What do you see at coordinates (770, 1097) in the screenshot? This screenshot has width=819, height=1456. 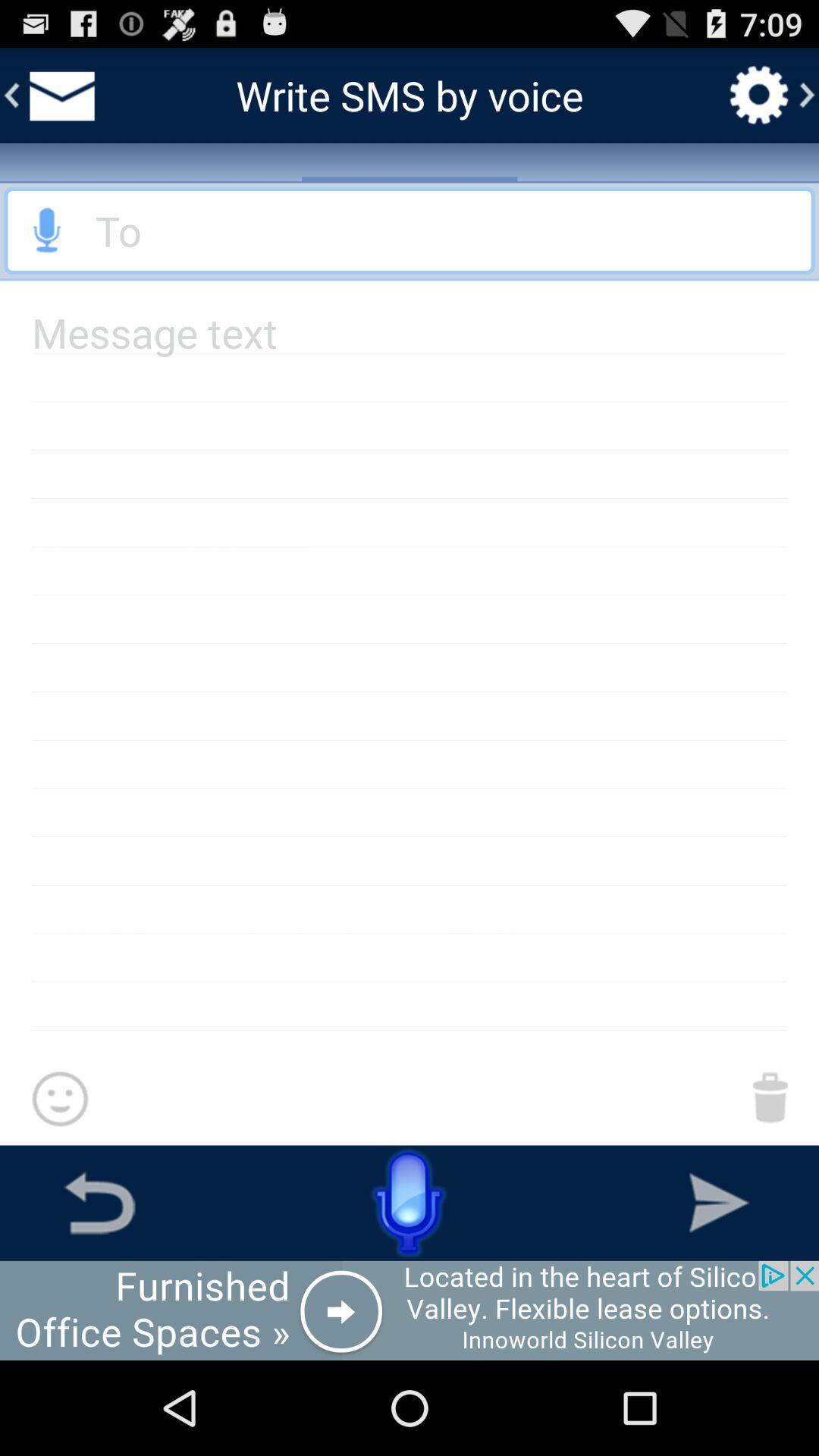 I see `to delete` at bounding box center [770, 1097].